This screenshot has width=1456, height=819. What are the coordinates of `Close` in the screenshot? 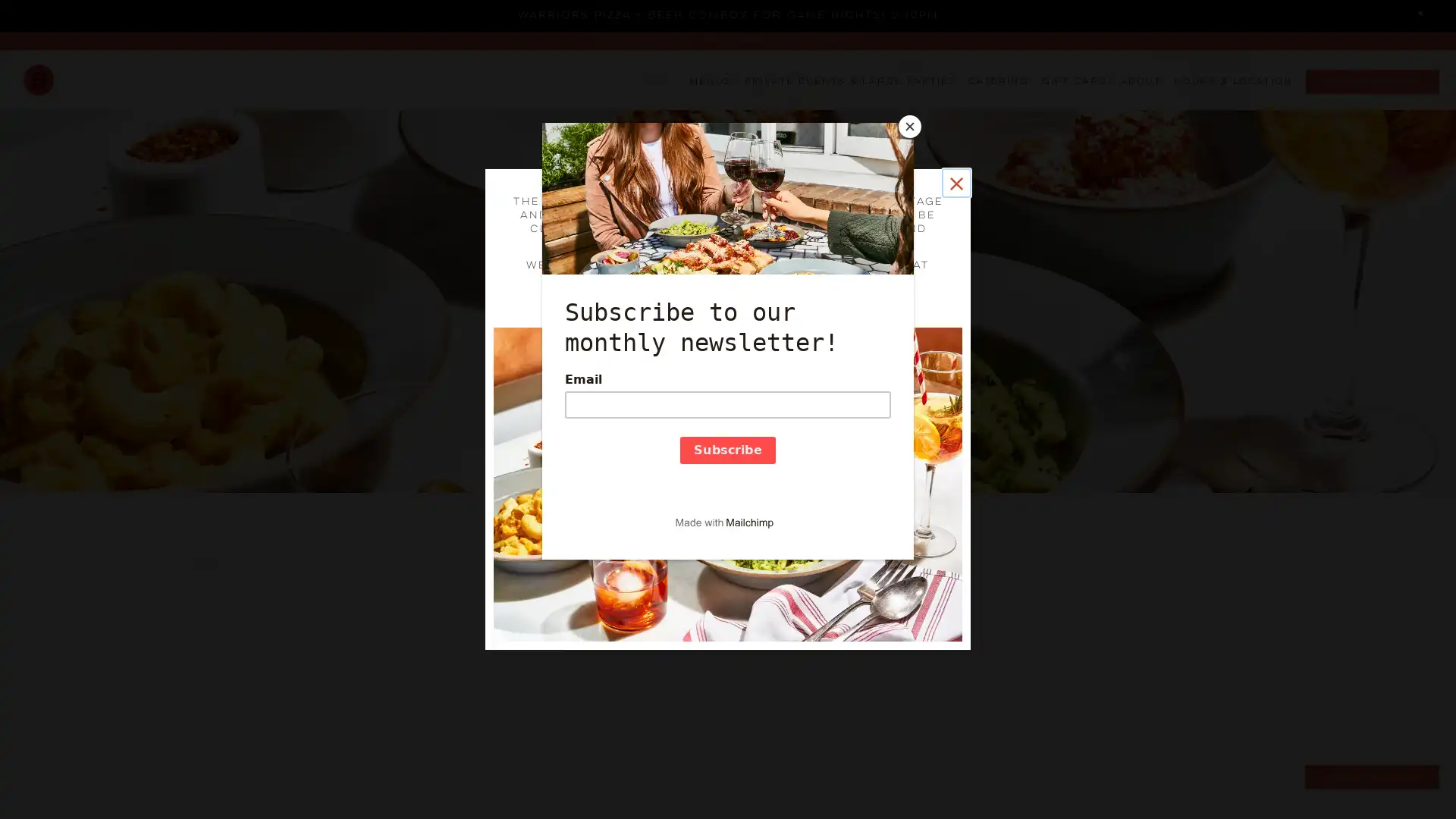 It's located at (1420, 14).